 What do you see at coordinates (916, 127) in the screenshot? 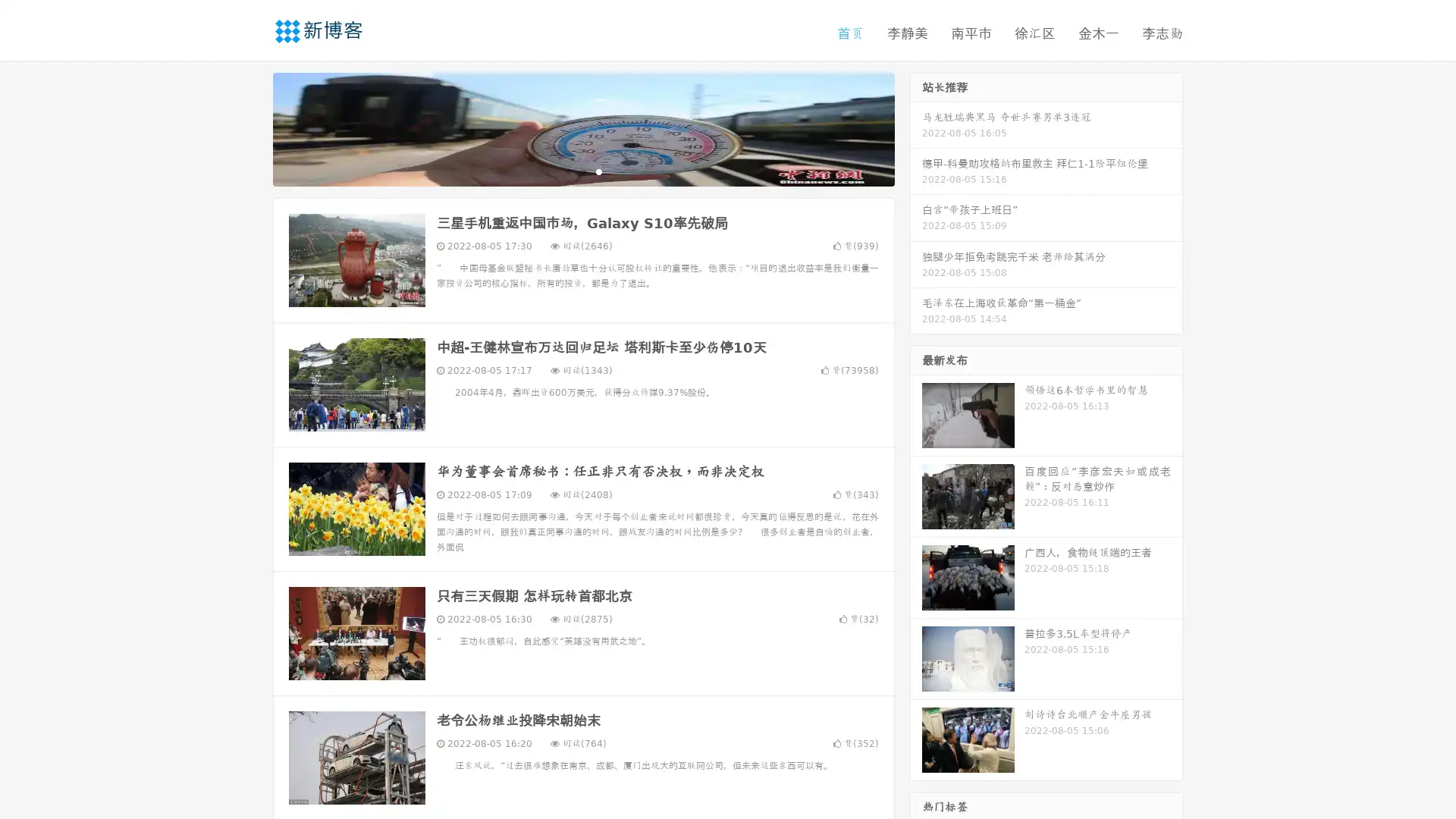
I see `Next slide` at bounding box center [916, 127].